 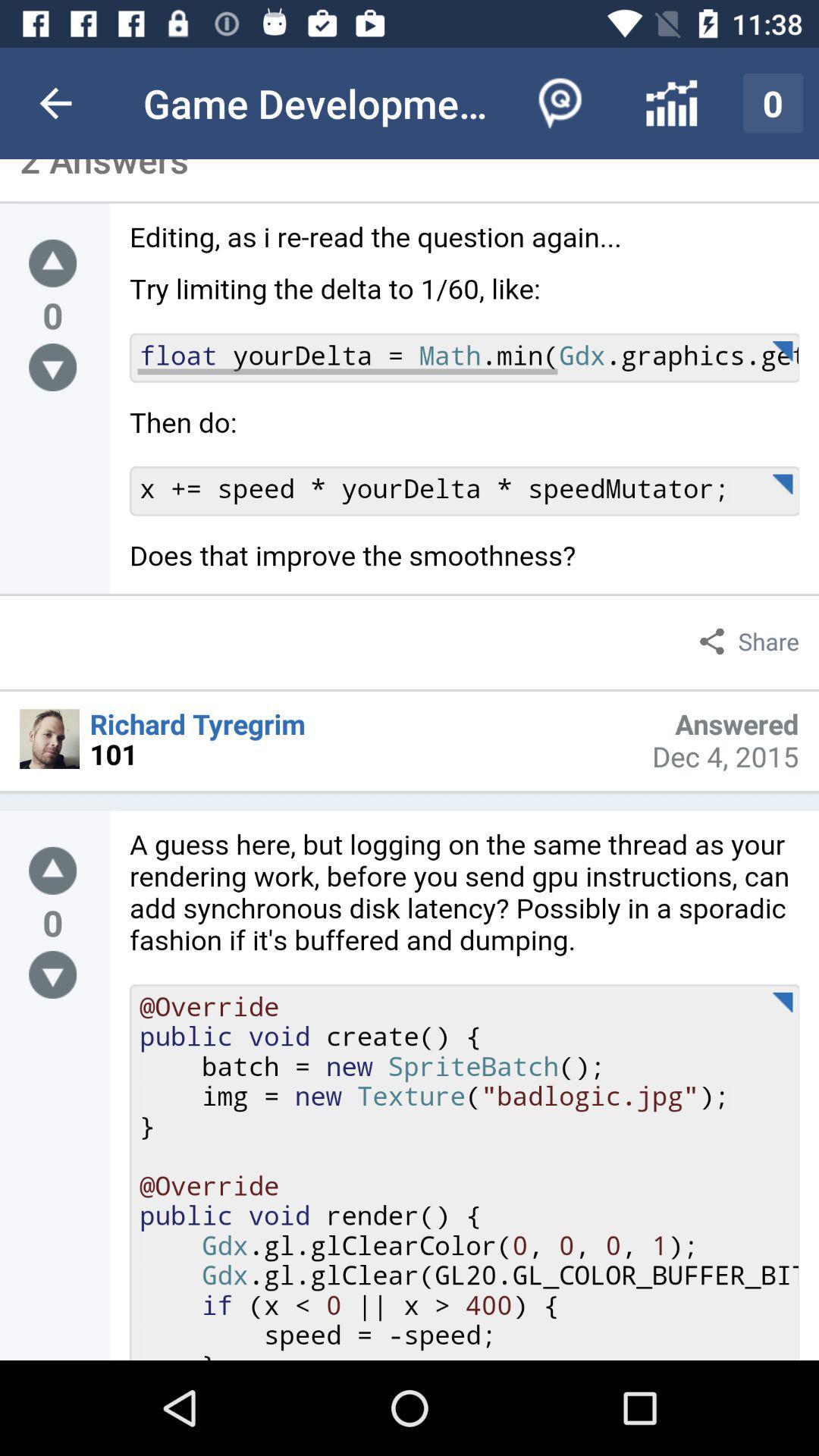 I want to click on click on profile image, so click(x=49, y=739).